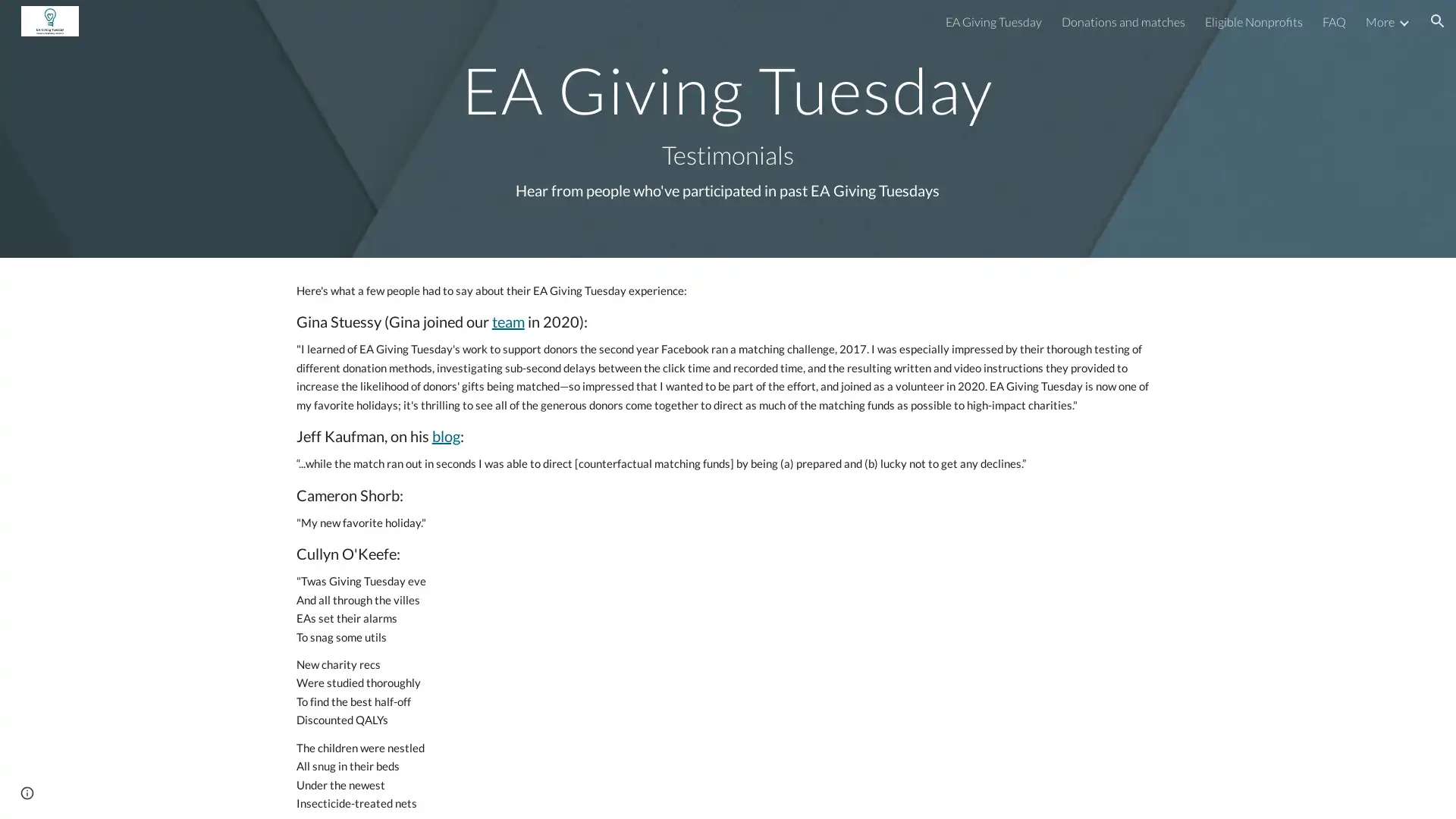 The height and width of the screenshot is (819, 1456). I want to click on Copy heading link, so click(607, 321).